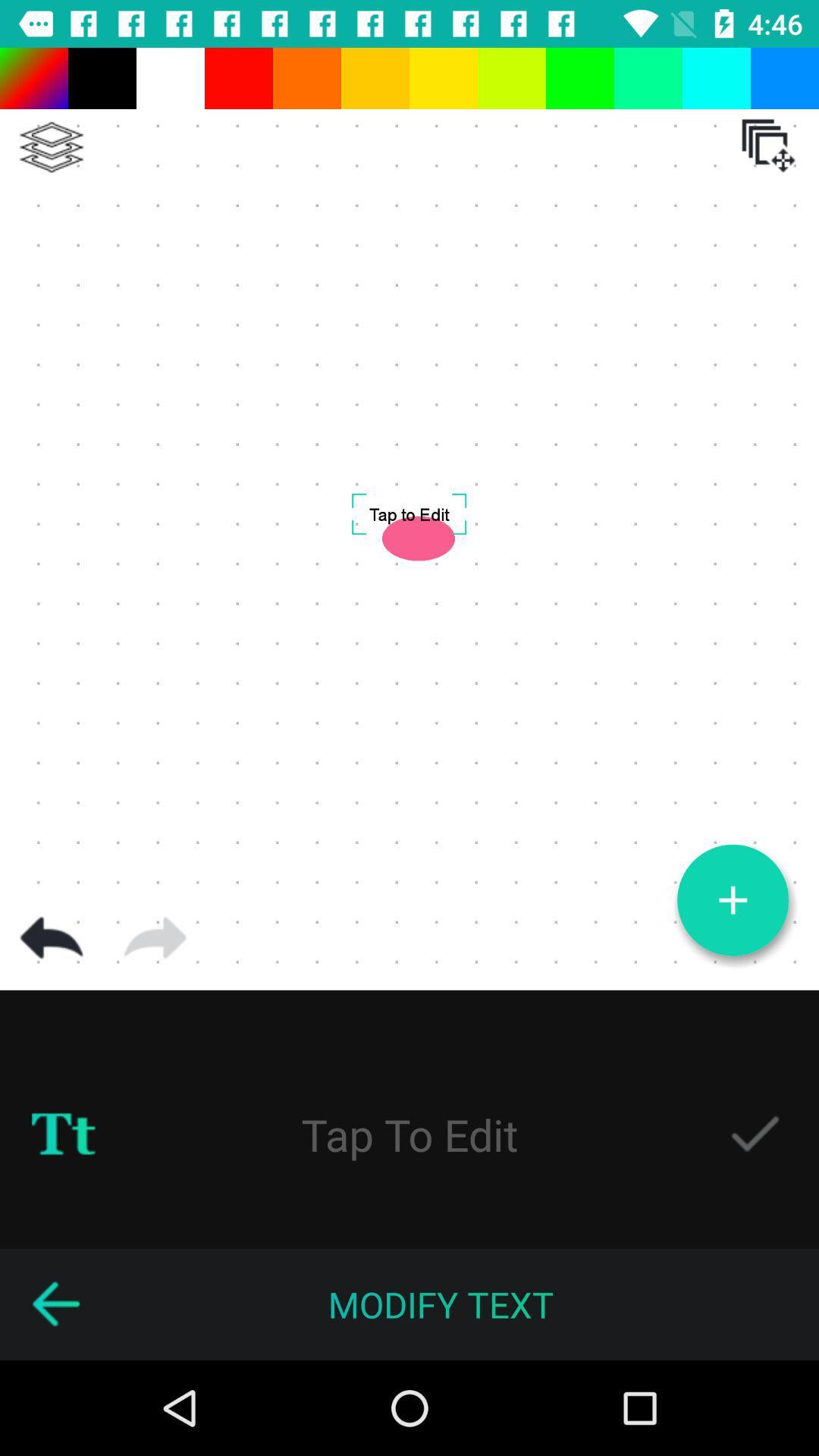 The height and width of the screenshot is (1456, 819). What do you see at coordinates (55, 1304) in the screenshot?
I see `back arrow left to modify text` at bounding box center [55, 1304].